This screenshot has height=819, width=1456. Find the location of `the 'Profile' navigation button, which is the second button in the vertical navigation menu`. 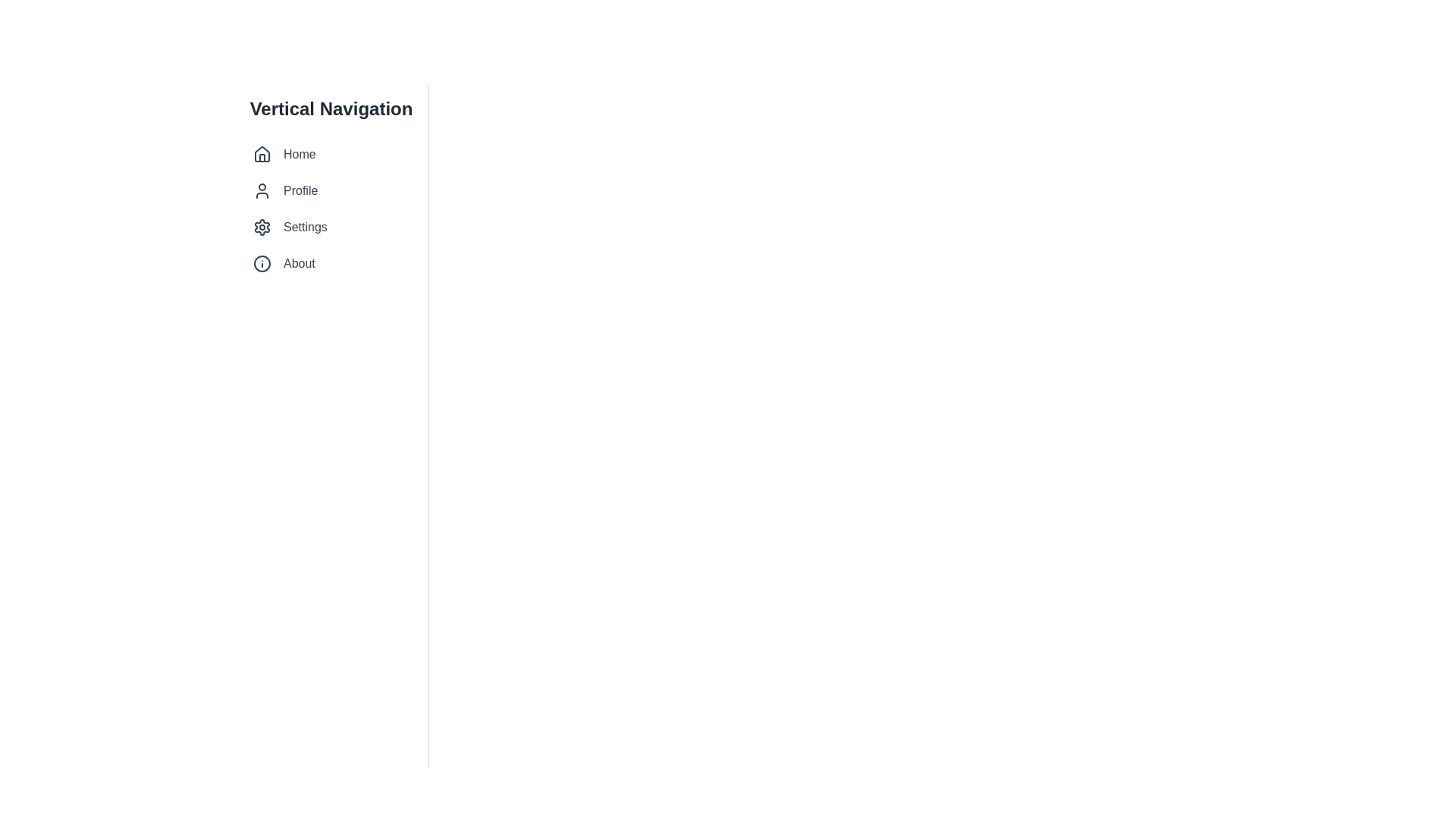

the 'Profile' navigation button, which is the second button in the vertical navigation menu is located at coordinates (330, 190).